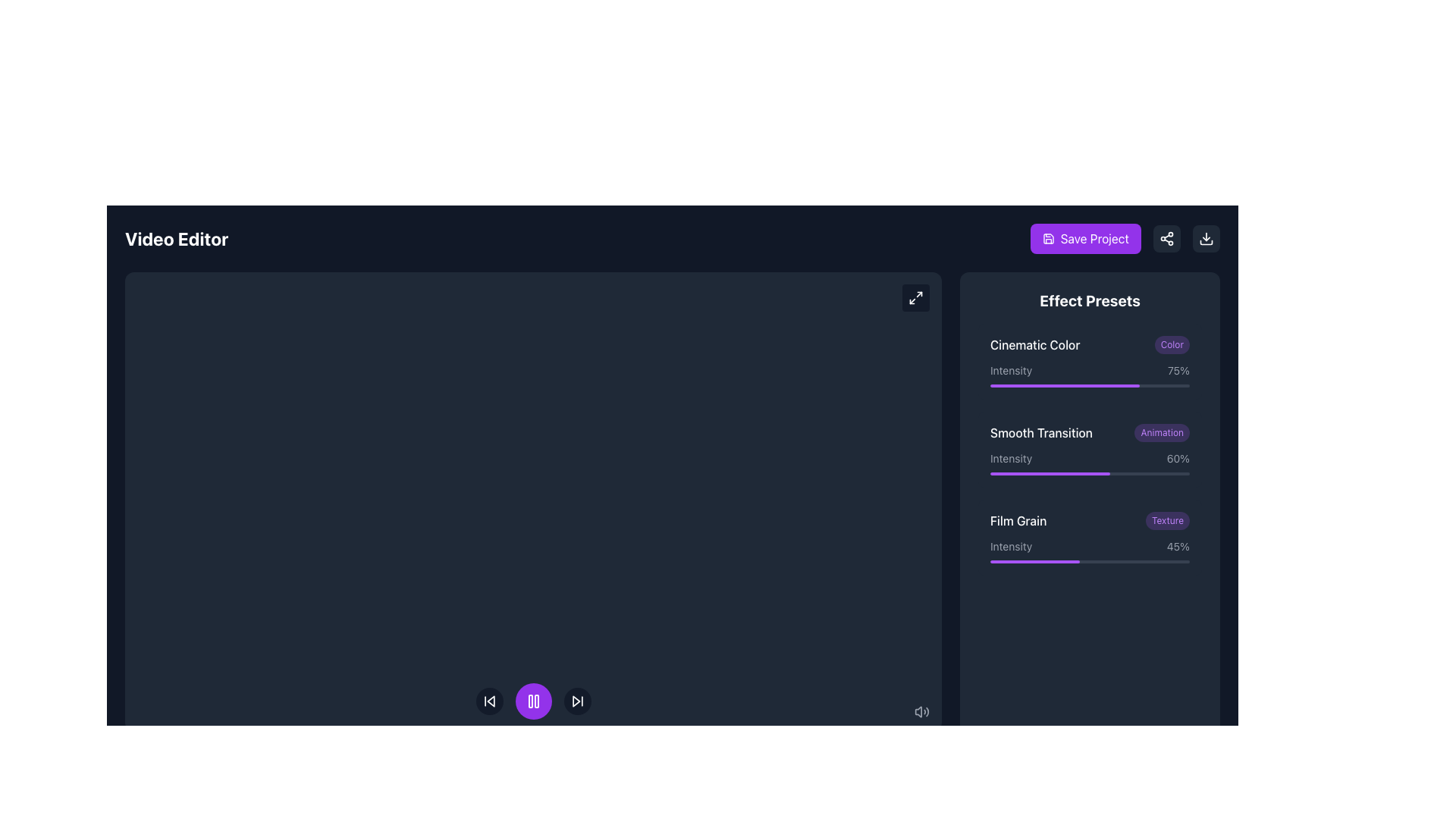  I want to click on the slider labeled 'Intensity' to adjust its value from '60%', so click(1089, 462).